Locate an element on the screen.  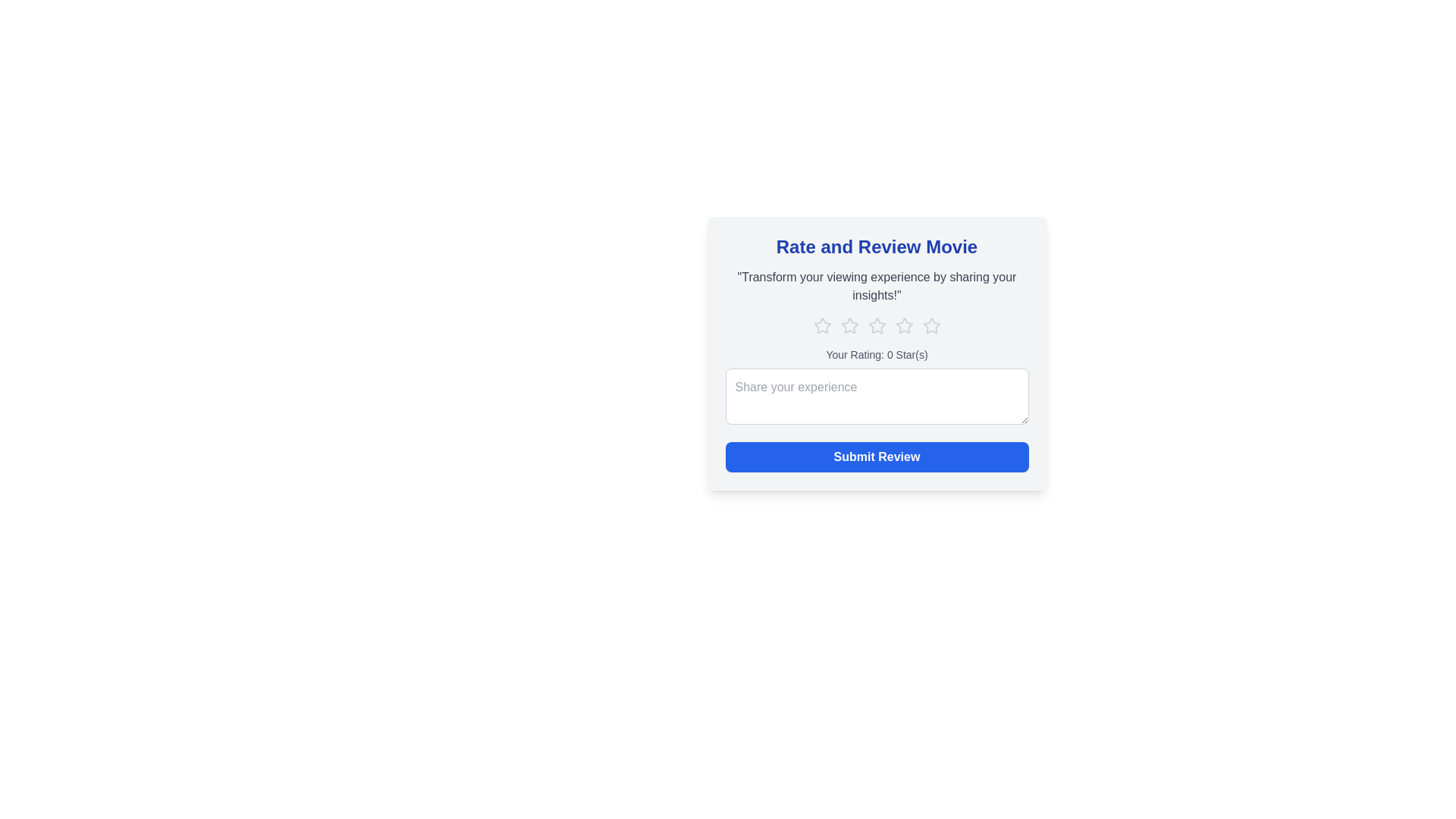
the star corresponding to 3 to set the movie rating is located at coordinates (877, 325).